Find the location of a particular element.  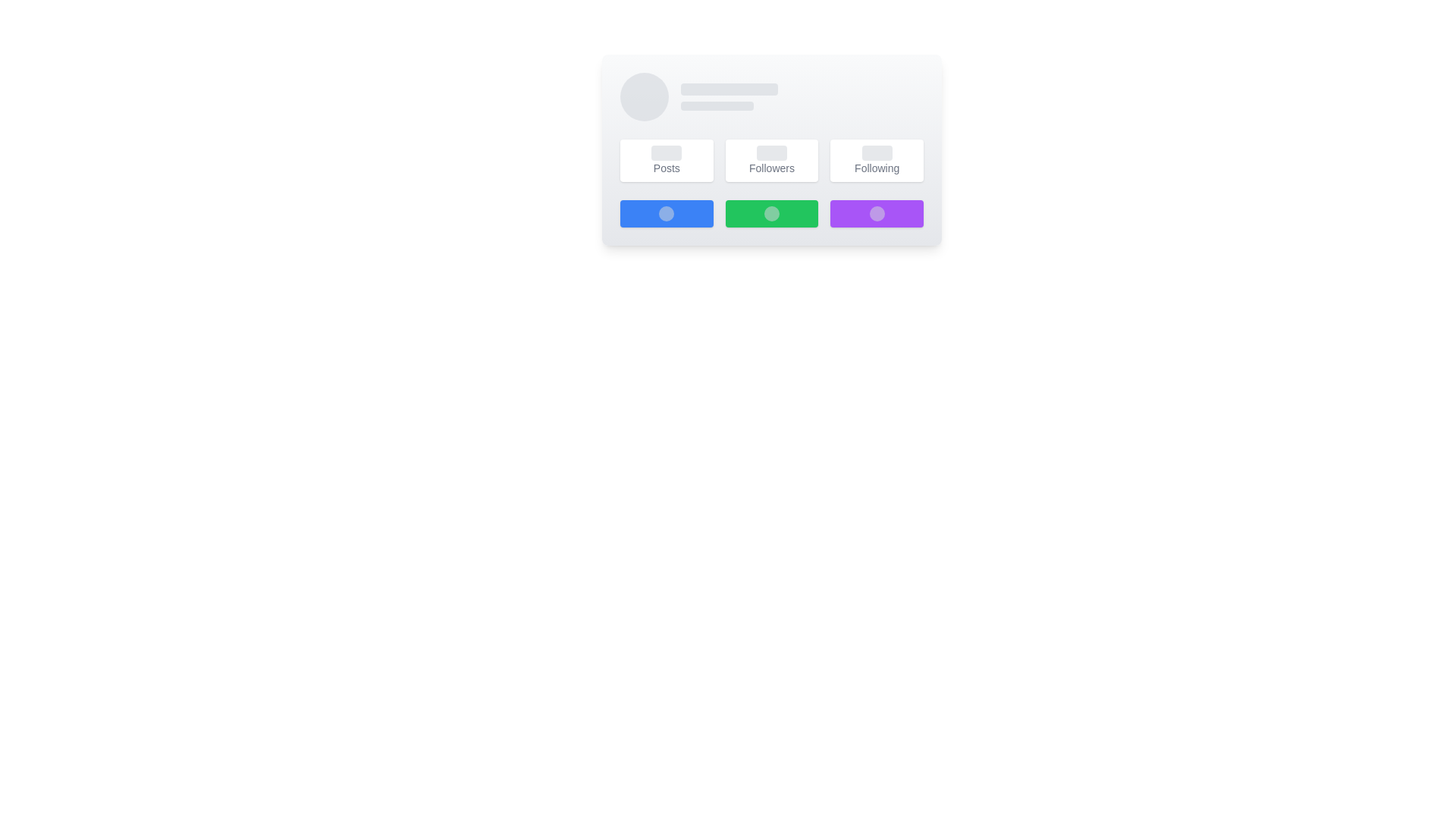

the 'Posts' card located in the upper-middle section of the interface for navigation is located at coordinates (667, 161).